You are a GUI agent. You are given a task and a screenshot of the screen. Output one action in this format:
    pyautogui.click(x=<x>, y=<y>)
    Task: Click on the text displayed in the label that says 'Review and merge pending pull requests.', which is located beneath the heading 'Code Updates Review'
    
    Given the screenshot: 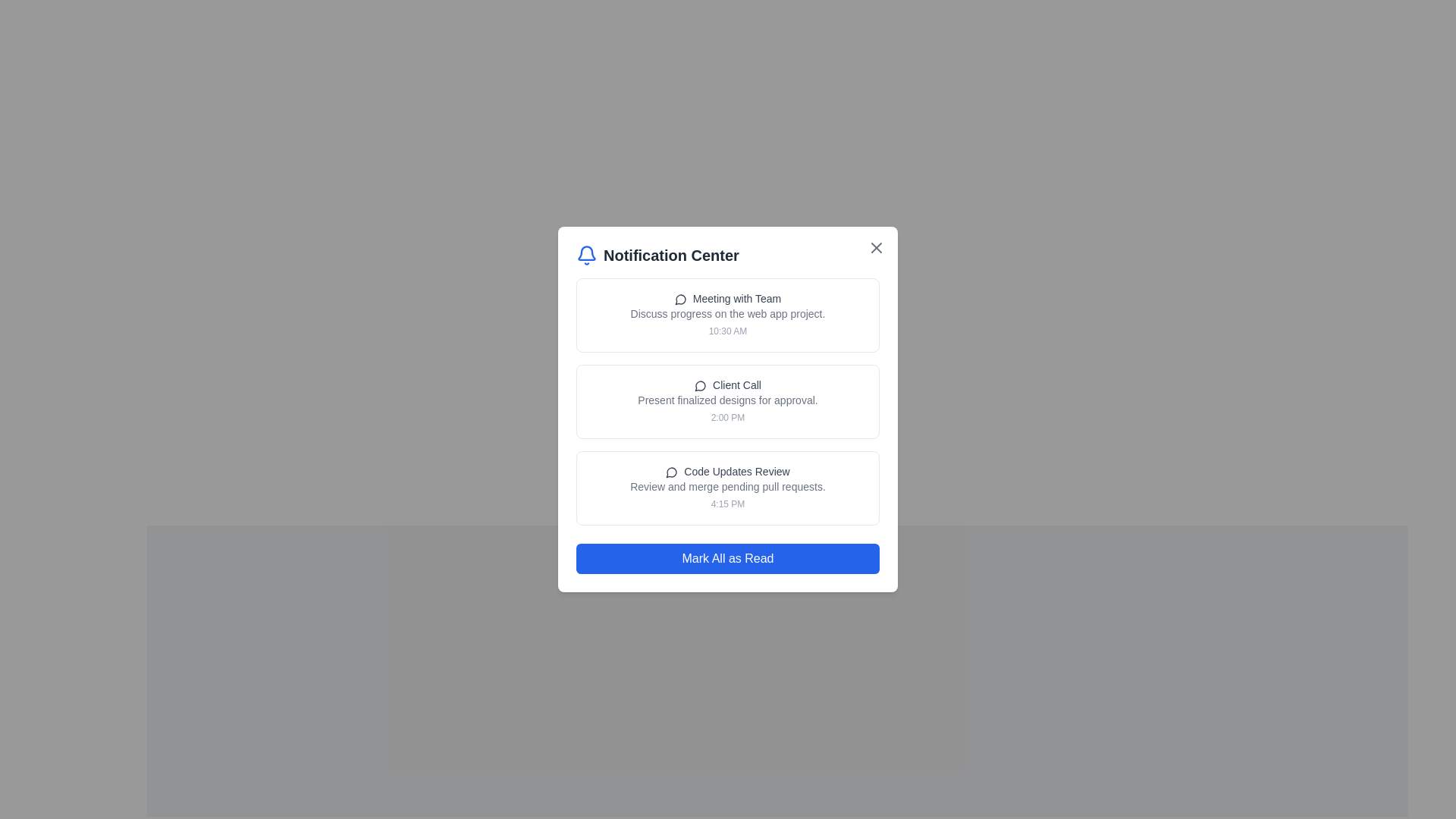 What is the action you would take?
    pyautogui.click(x=728, y=486)
    